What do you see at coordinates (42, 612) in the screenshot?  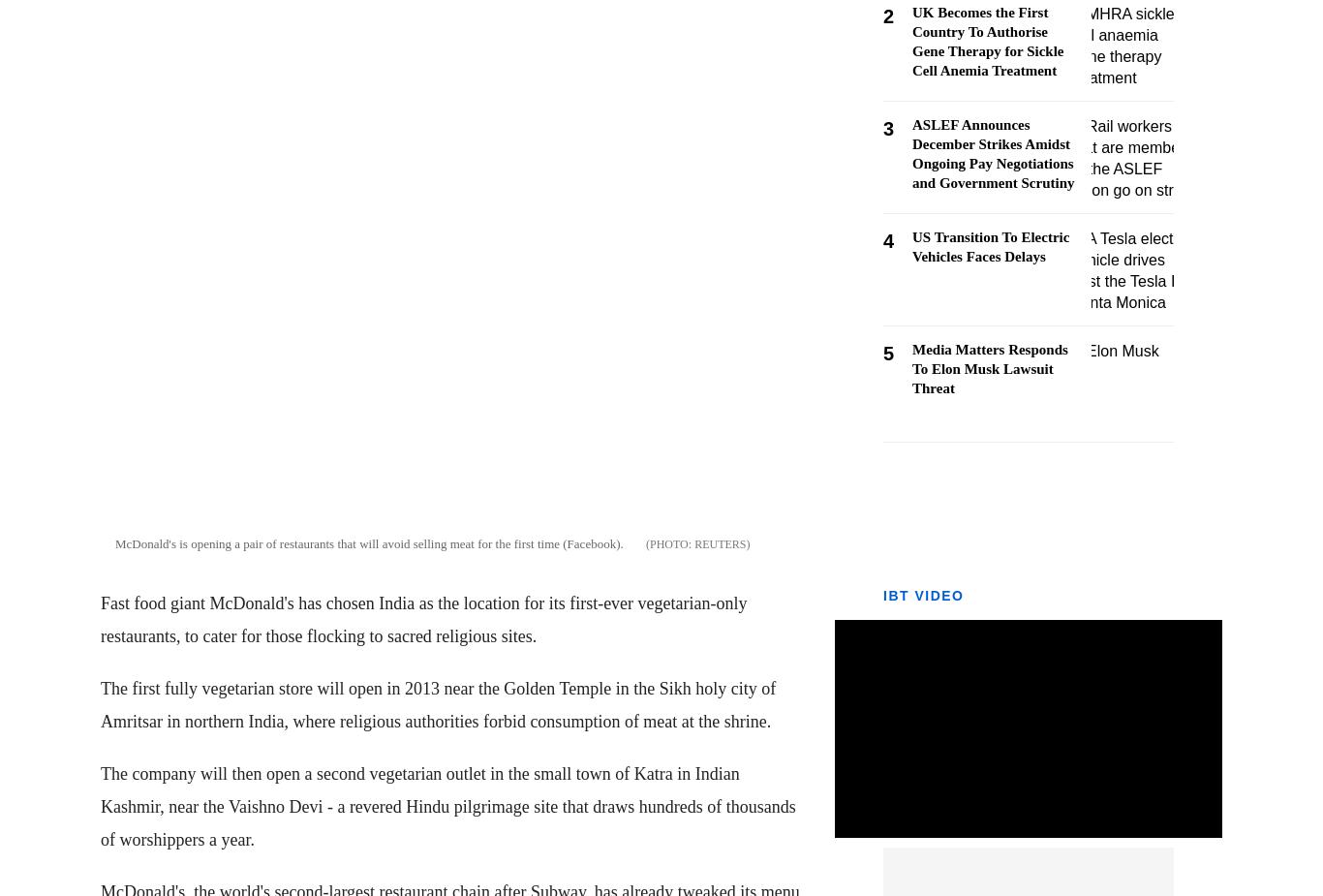 I see `'- eSports'` at bounding box center [42, 612].